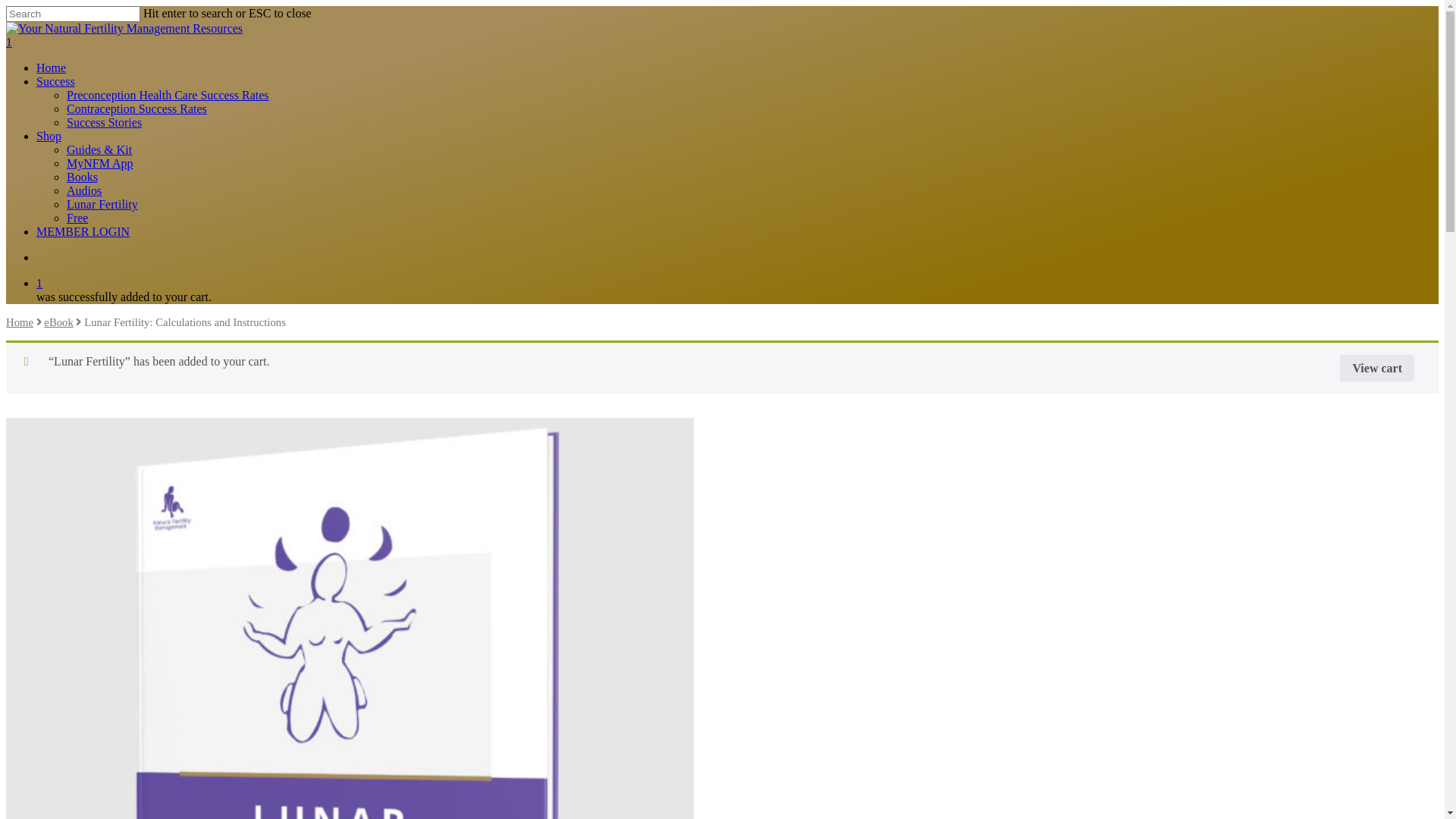 Image resolution: width=1456 pixels, height=819 pixels. I want to click on 'Success Stories', so click(65, 121).